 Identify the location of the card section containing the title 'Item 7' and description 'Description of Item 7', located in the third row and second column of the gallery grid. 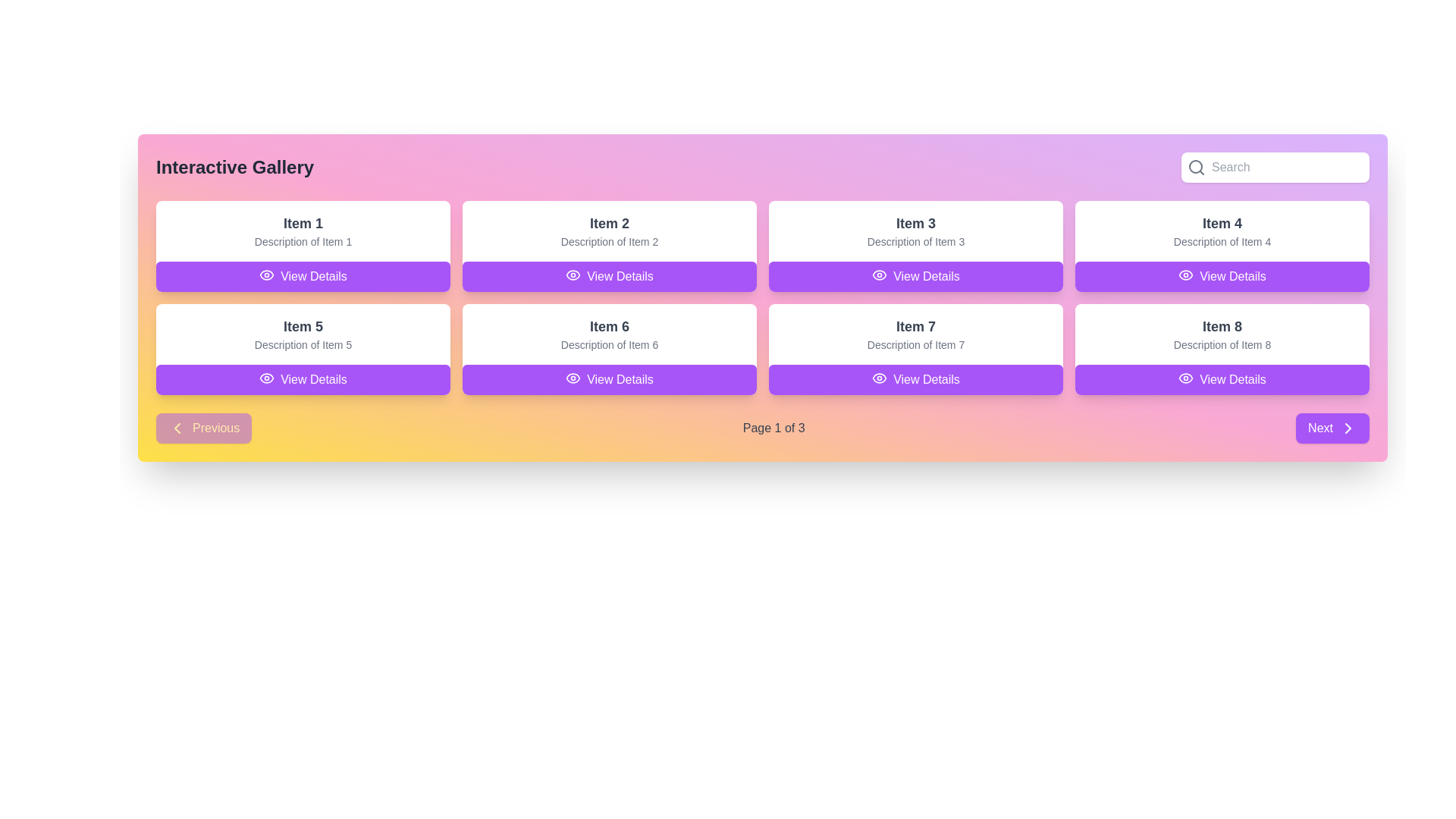
(915, 333).